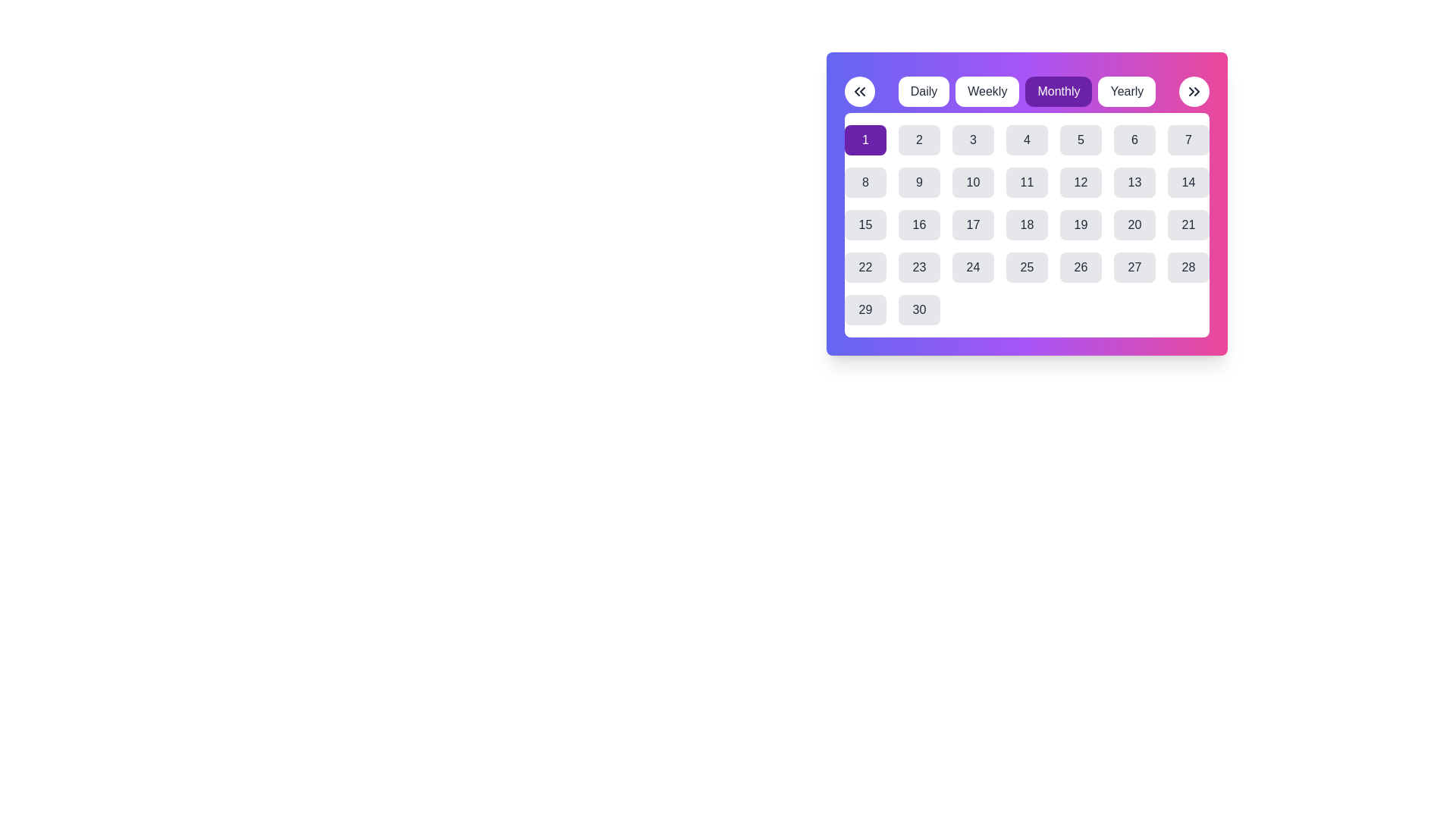  What do you see at coordinates (918, 267) in the screenshot?
I see `the button labeled '23', which is a small rectangular button with rounded corners, located` at bounding box center [918, 267].